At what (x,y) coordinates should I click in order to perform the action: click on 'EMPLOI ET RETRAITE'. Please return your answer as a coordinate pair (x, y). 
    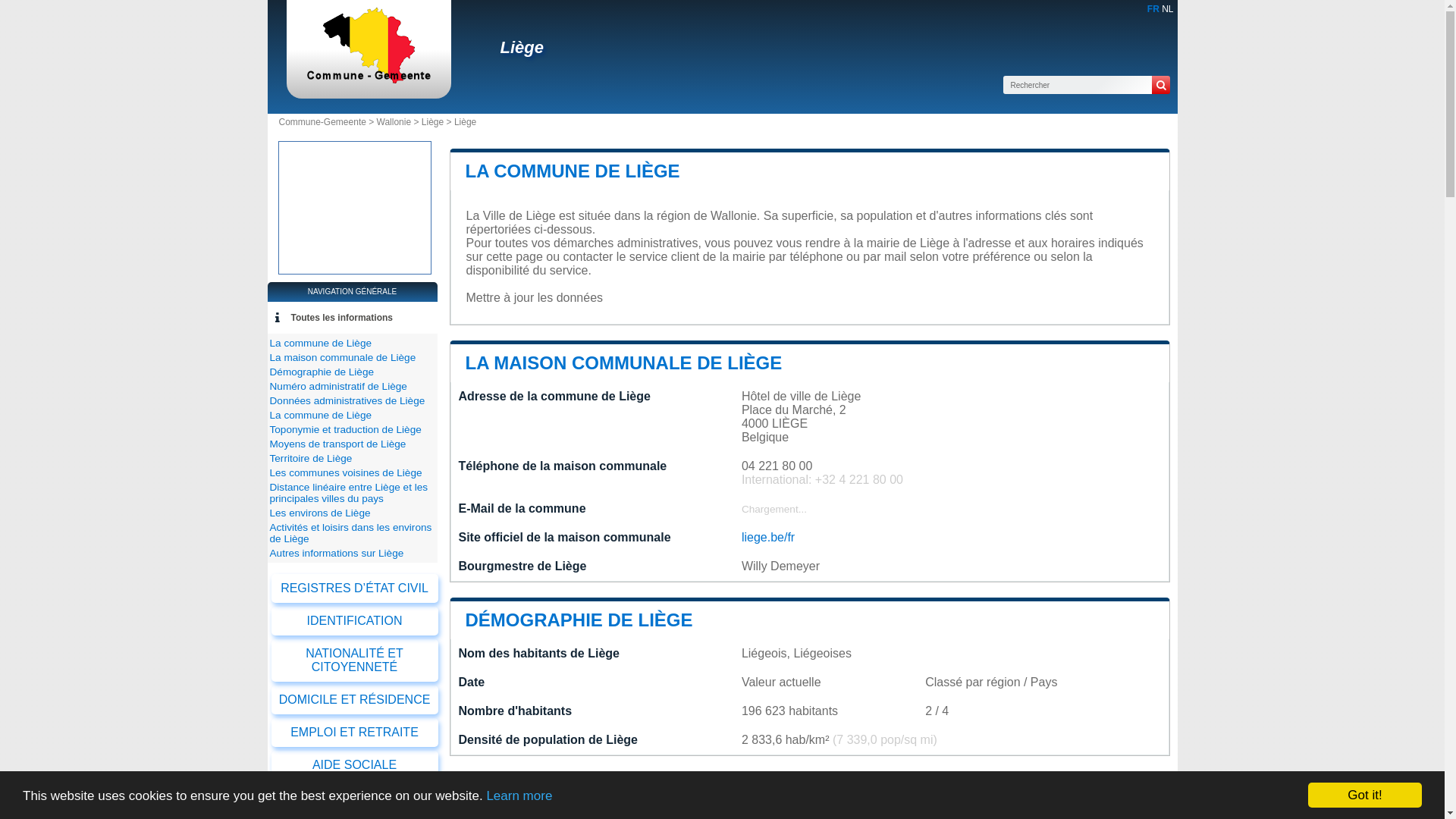
    Looking at the image, I should click on (353, 731).